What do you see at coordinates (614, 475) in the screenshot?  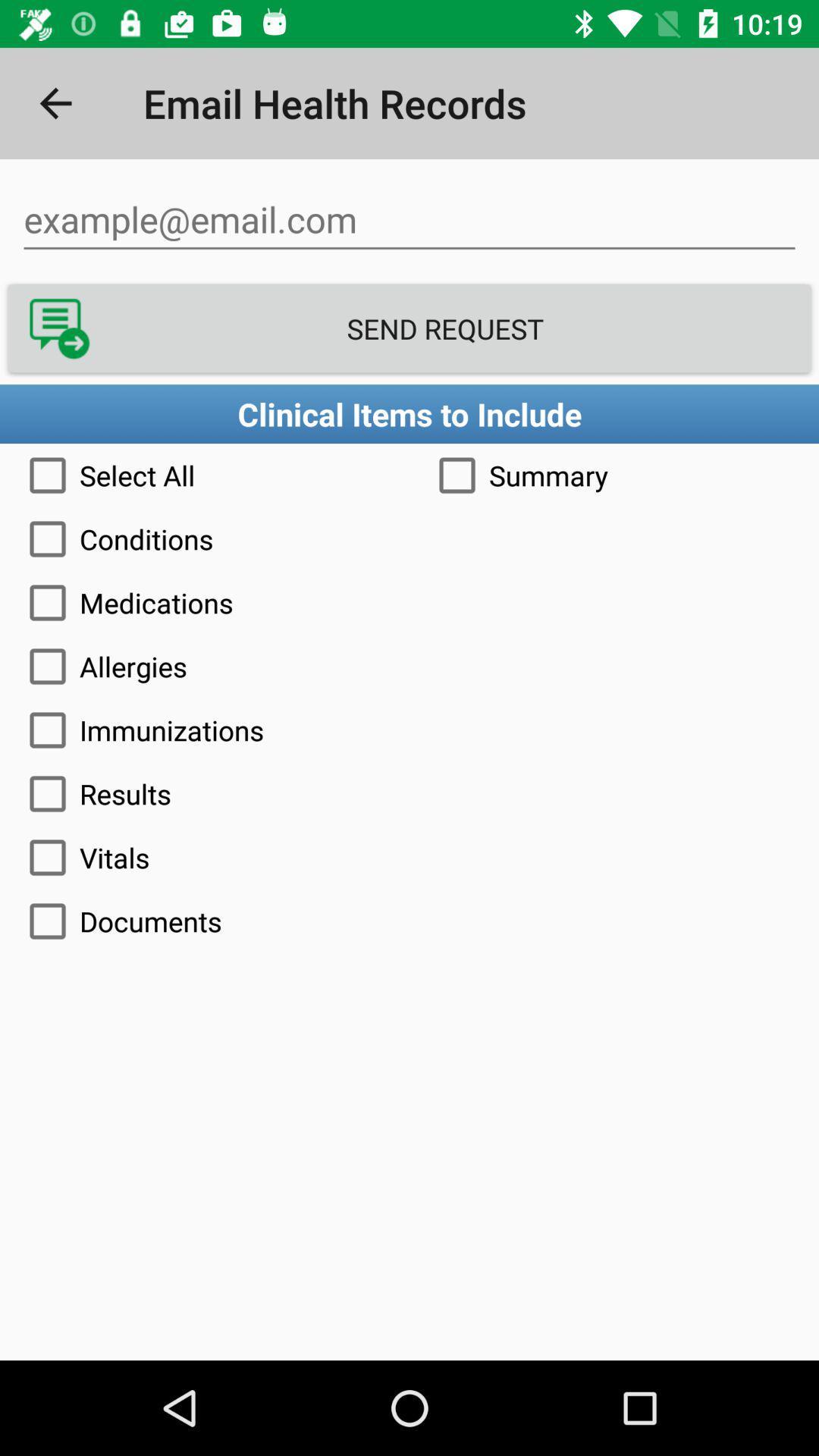 I see `item above the conditions item` at bounding box center [614, 475].